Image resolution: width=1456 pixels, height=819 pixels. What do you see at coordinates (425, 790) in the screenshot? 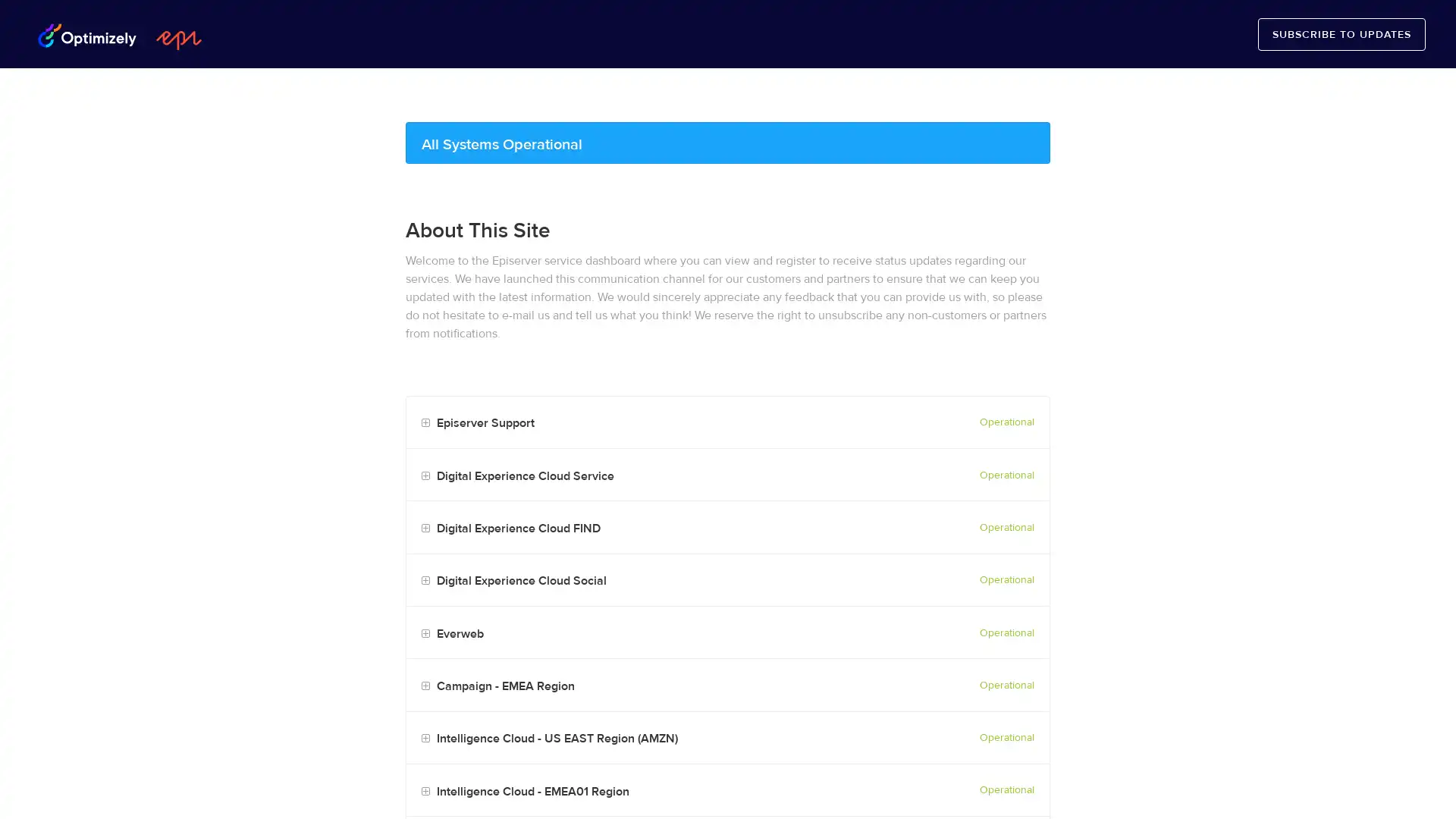
I see `Toggle Intelligence Cloud - EMEA01 Region` at bounding box center [425, 790].